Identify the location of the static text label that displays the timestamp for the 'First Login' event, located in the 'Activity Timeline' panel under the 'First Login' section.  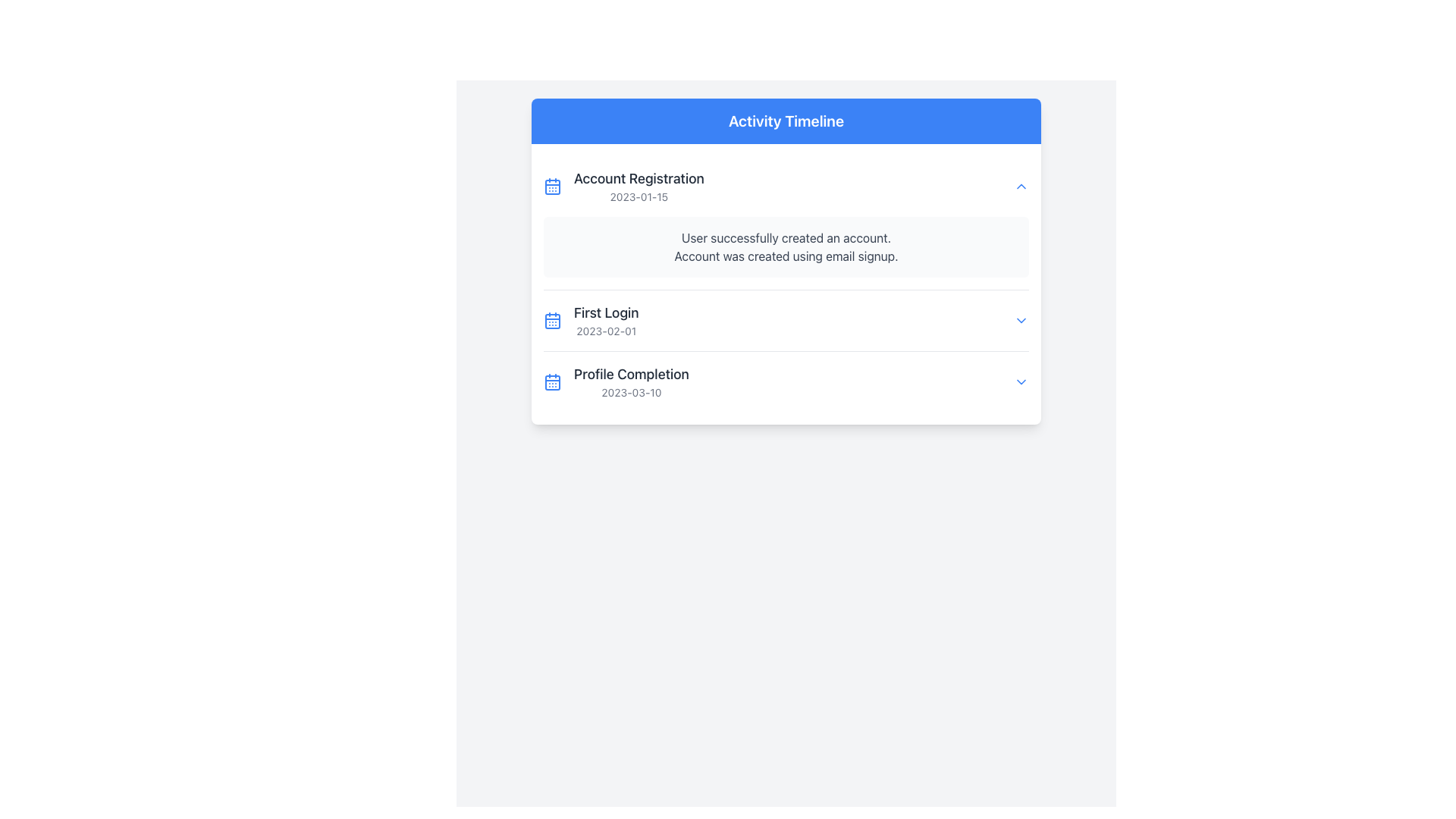
(605, 330).